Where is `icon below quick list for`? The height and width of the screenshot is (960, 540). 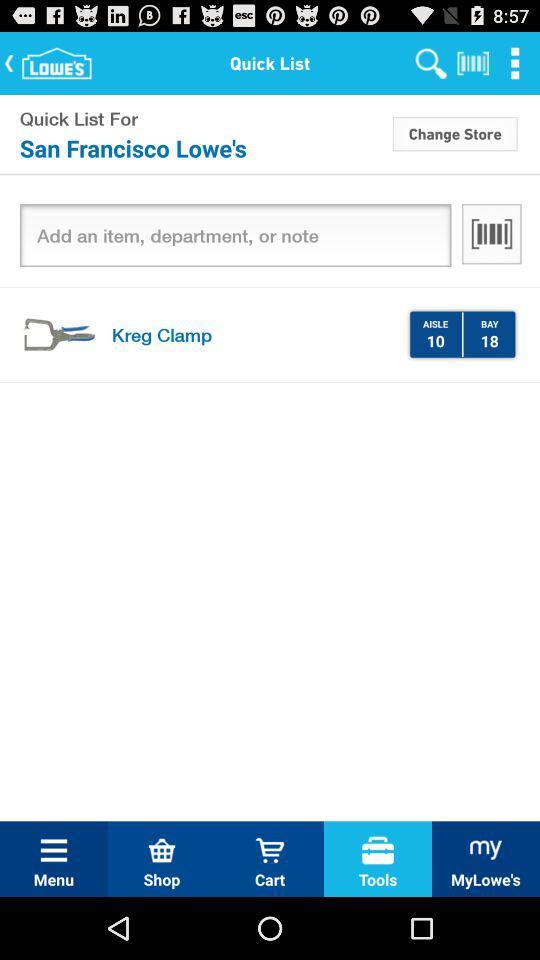
icon below quick list for is located at coordinates (204, 146).